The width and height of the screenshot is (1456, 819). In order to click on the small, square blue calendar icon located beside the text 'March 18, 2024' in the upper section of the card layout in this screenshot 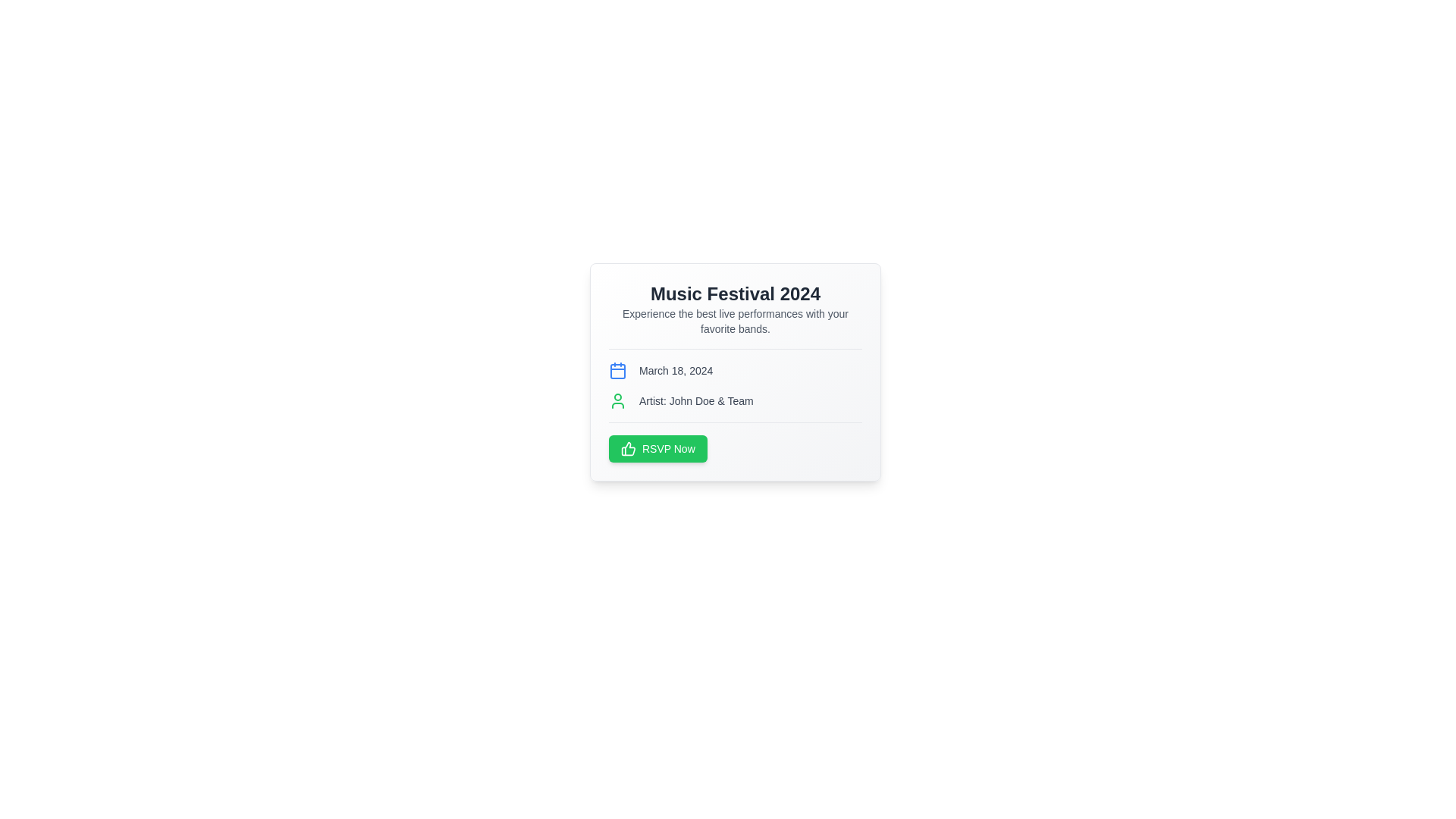, I will do `click(618, 371)`.